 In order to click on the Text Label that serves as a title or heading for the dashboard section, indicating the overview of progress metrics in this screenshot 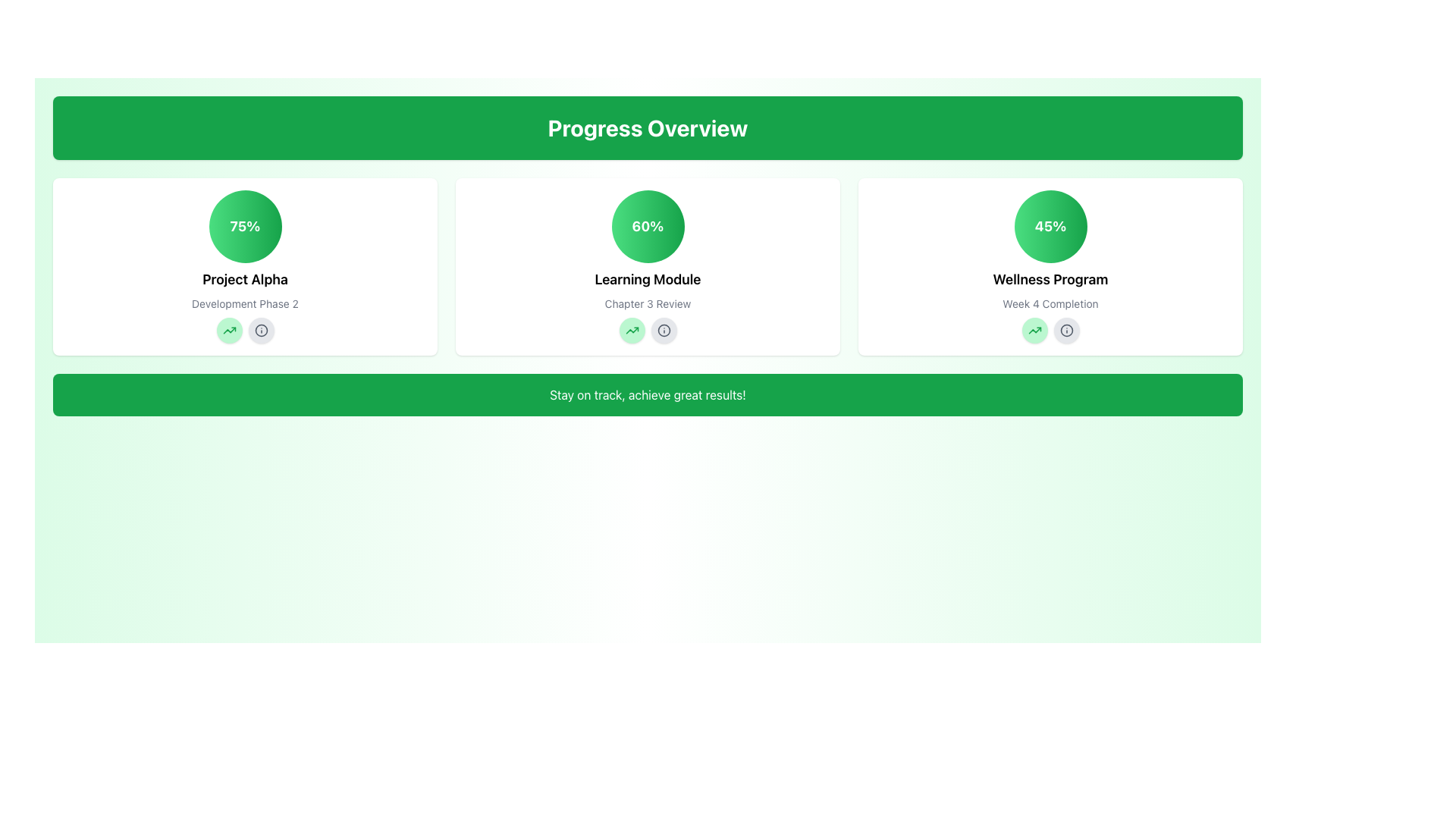, I will do `click(648, 127)`.